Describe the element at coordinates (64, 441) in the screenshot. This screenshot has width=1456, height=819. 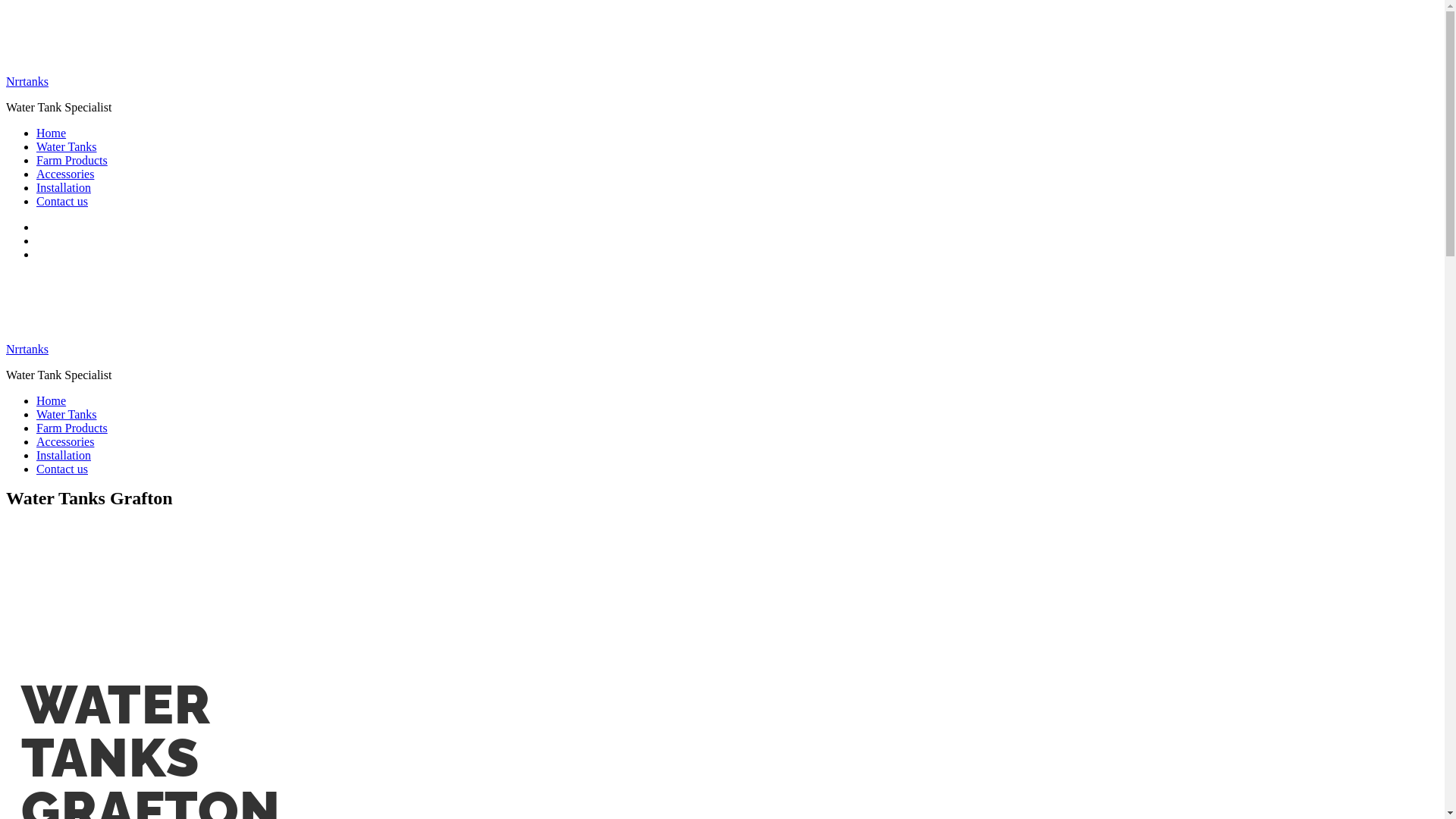
I see `'Accessories'` at that location.